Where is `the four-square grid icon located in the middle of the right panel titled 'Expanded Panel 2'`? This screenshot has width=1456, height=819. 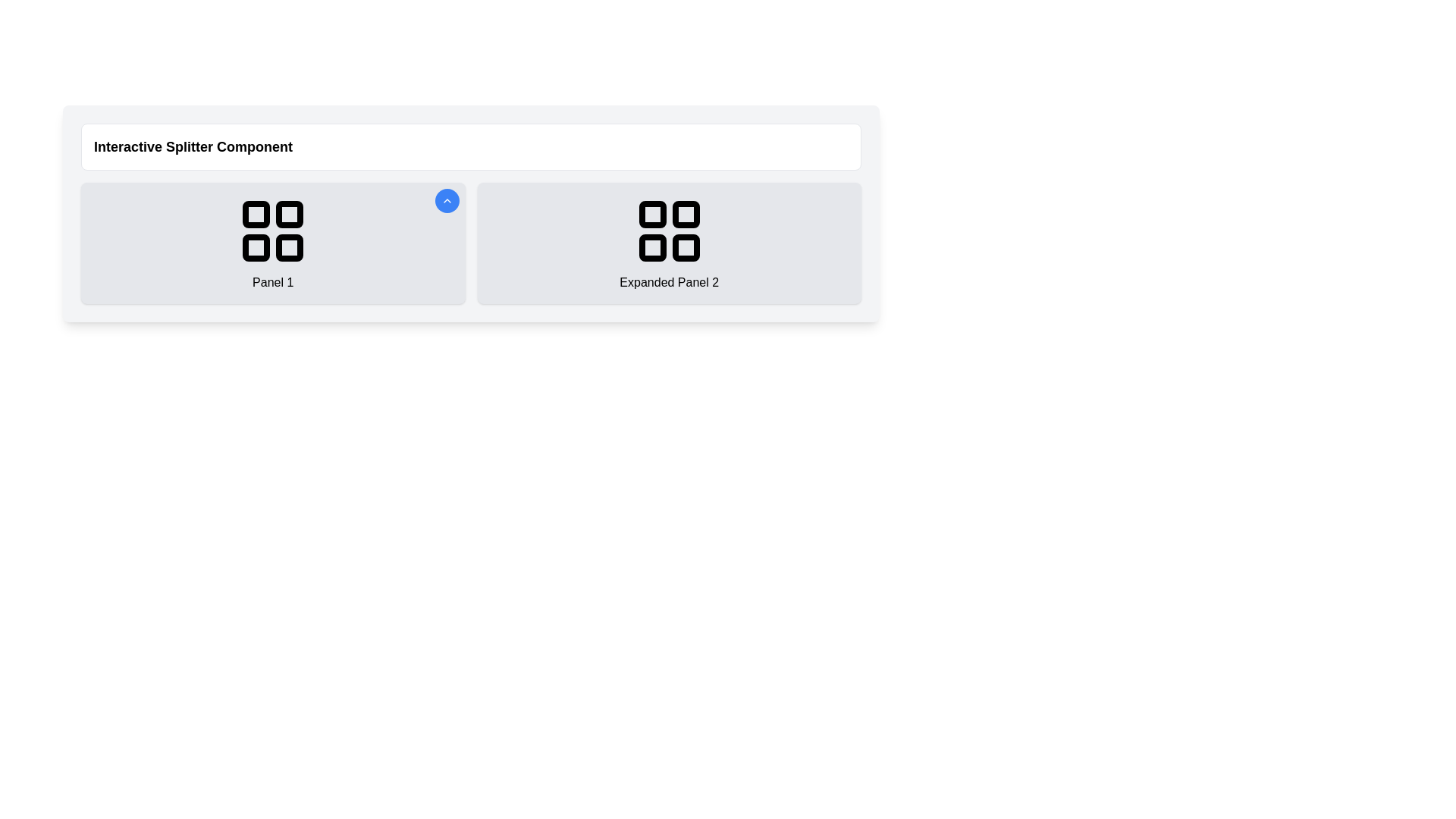 the four-square grid icon located in the middle of the right panel titled 'Expanded Panel 2' is located at coordinates (668, 231).